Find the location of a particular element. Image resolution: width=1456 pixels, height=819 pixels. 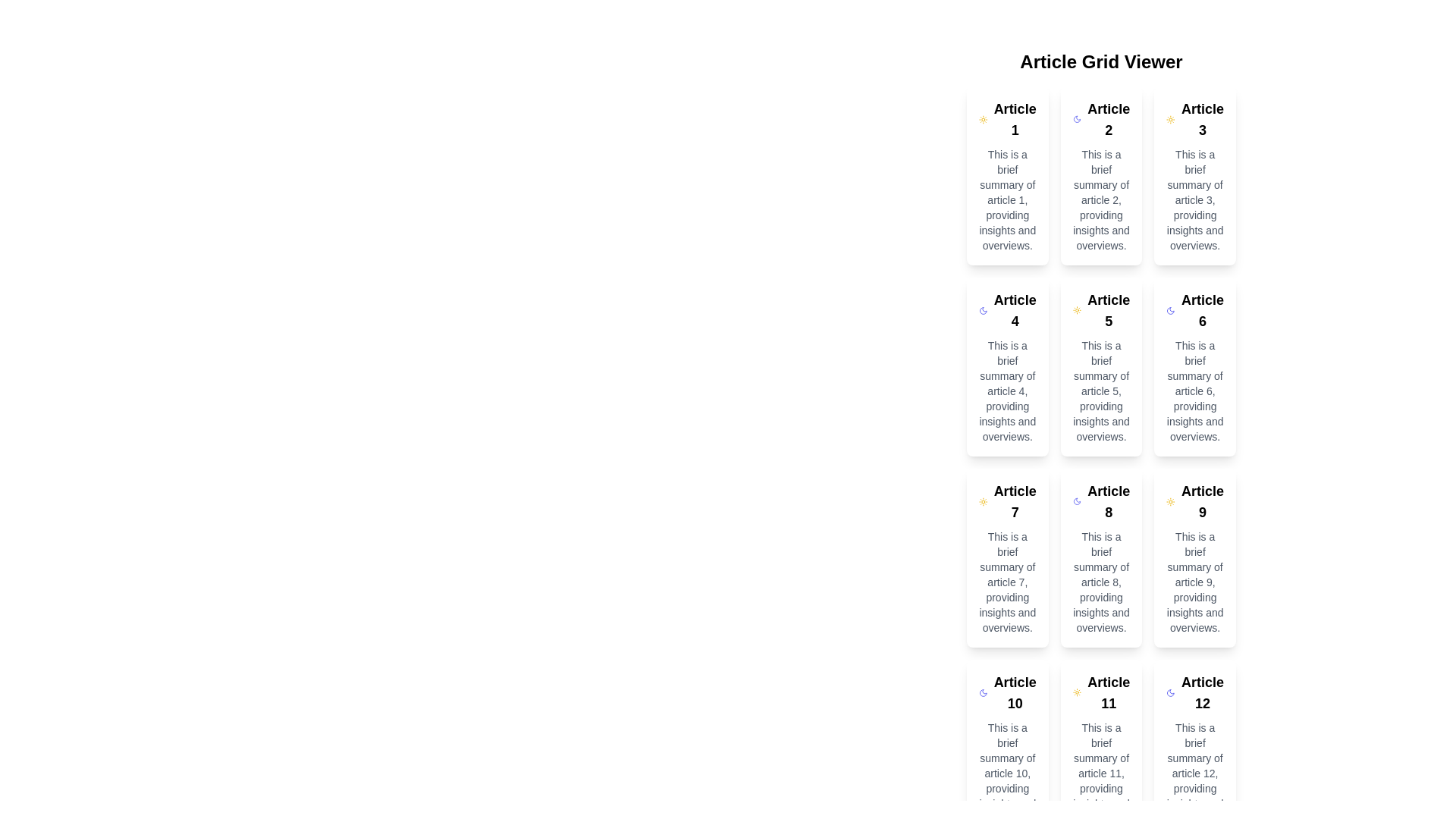

the decorative SVG icon located in the header of the 'Article 12' card in the bottom right section of the grid layout is located at coordinates (1170, 693).